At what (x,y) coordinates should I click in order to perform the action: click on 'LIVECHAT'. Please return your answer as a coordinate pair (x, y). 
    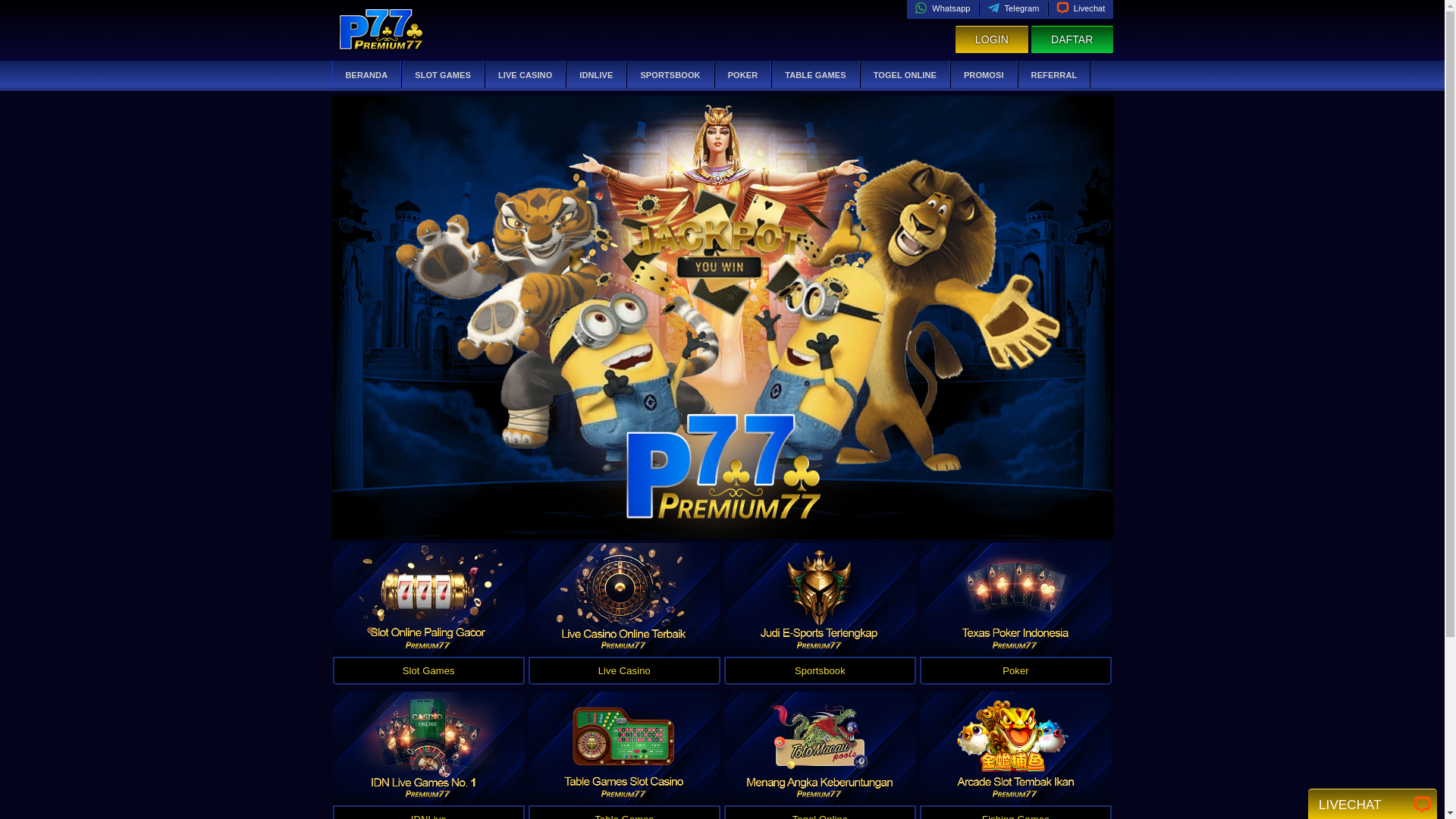
    Looking at the image, I should click on (1317, 802).